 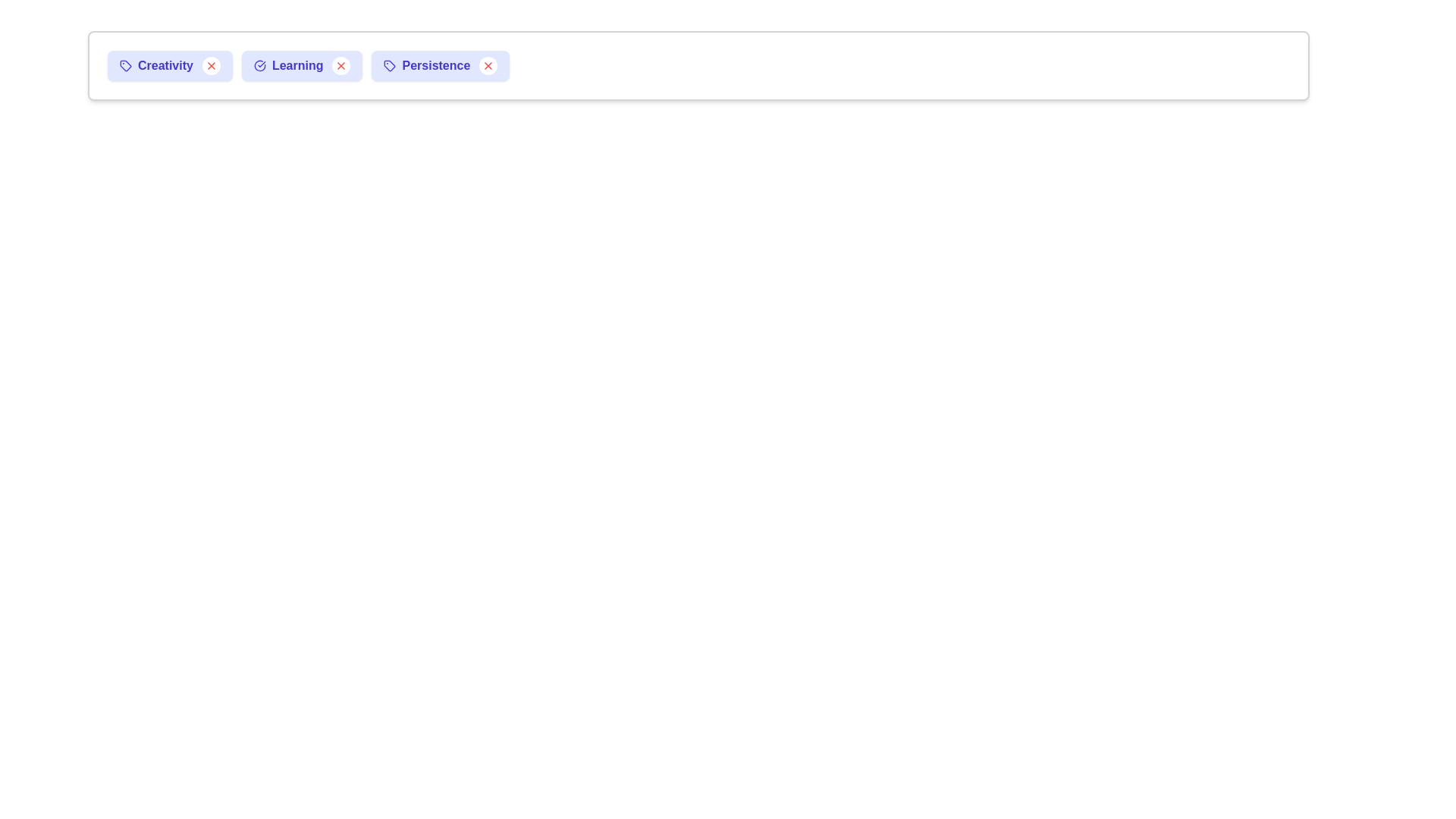 What do you see at coordinates (302, 65) in the screenshot?
I see `the chip labeled Learning to observe visual changes` at bounding box center [302, 65].